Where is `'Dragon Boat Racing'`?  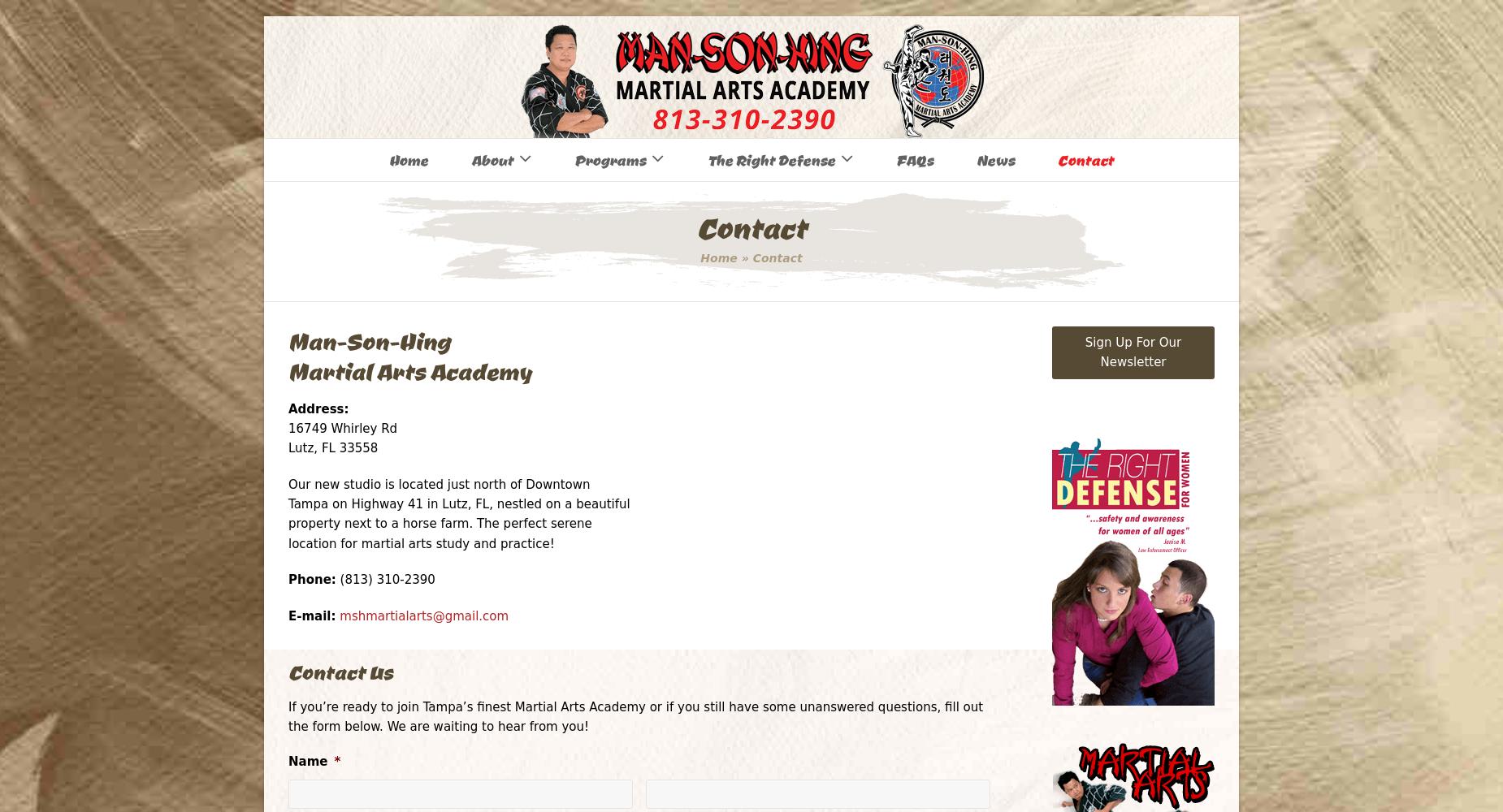 'Dragon Boat Racing' is located at coordinates (635, 413).